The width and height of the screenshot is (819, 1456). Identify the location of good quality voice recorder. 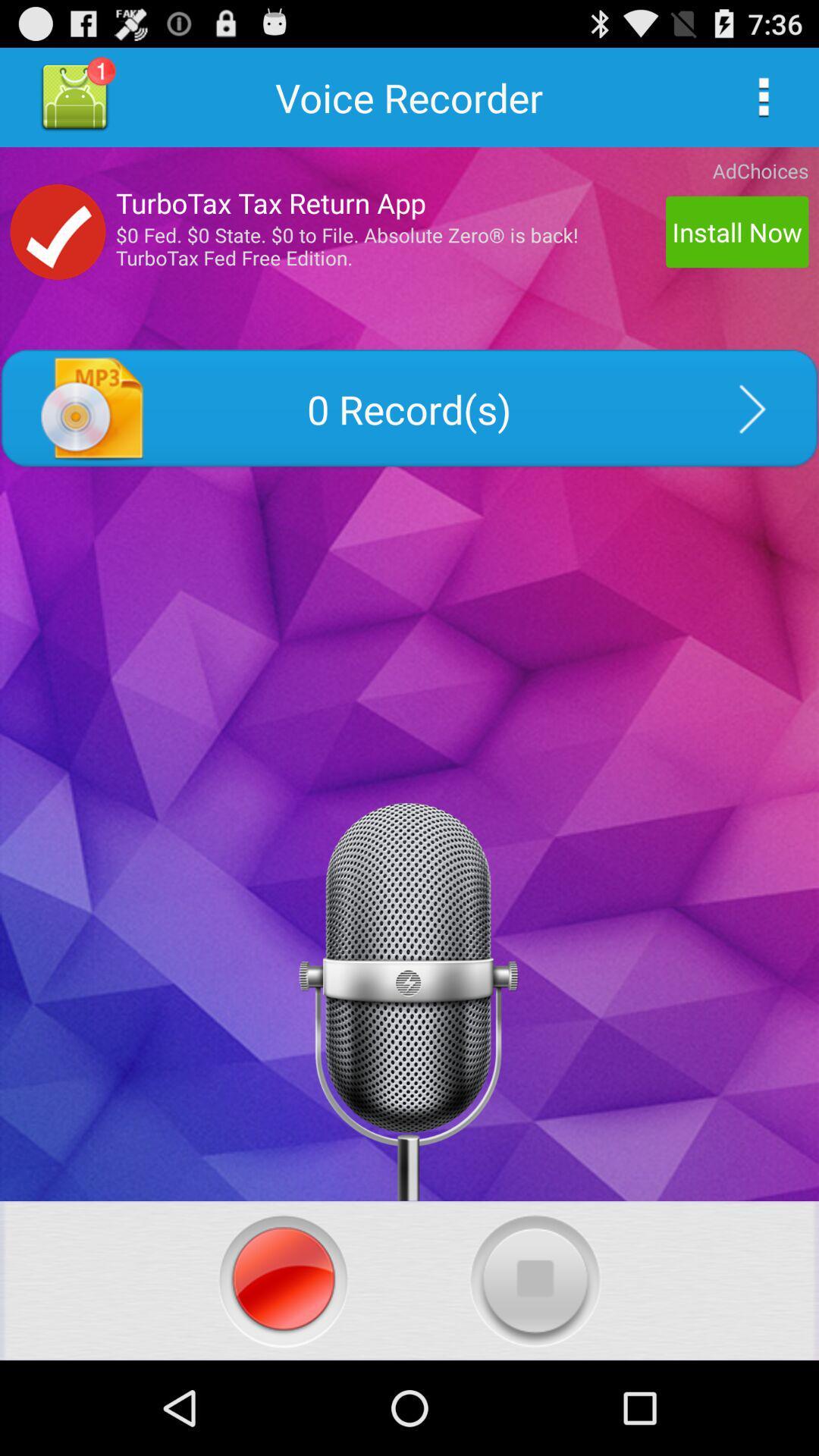
(75, 96).